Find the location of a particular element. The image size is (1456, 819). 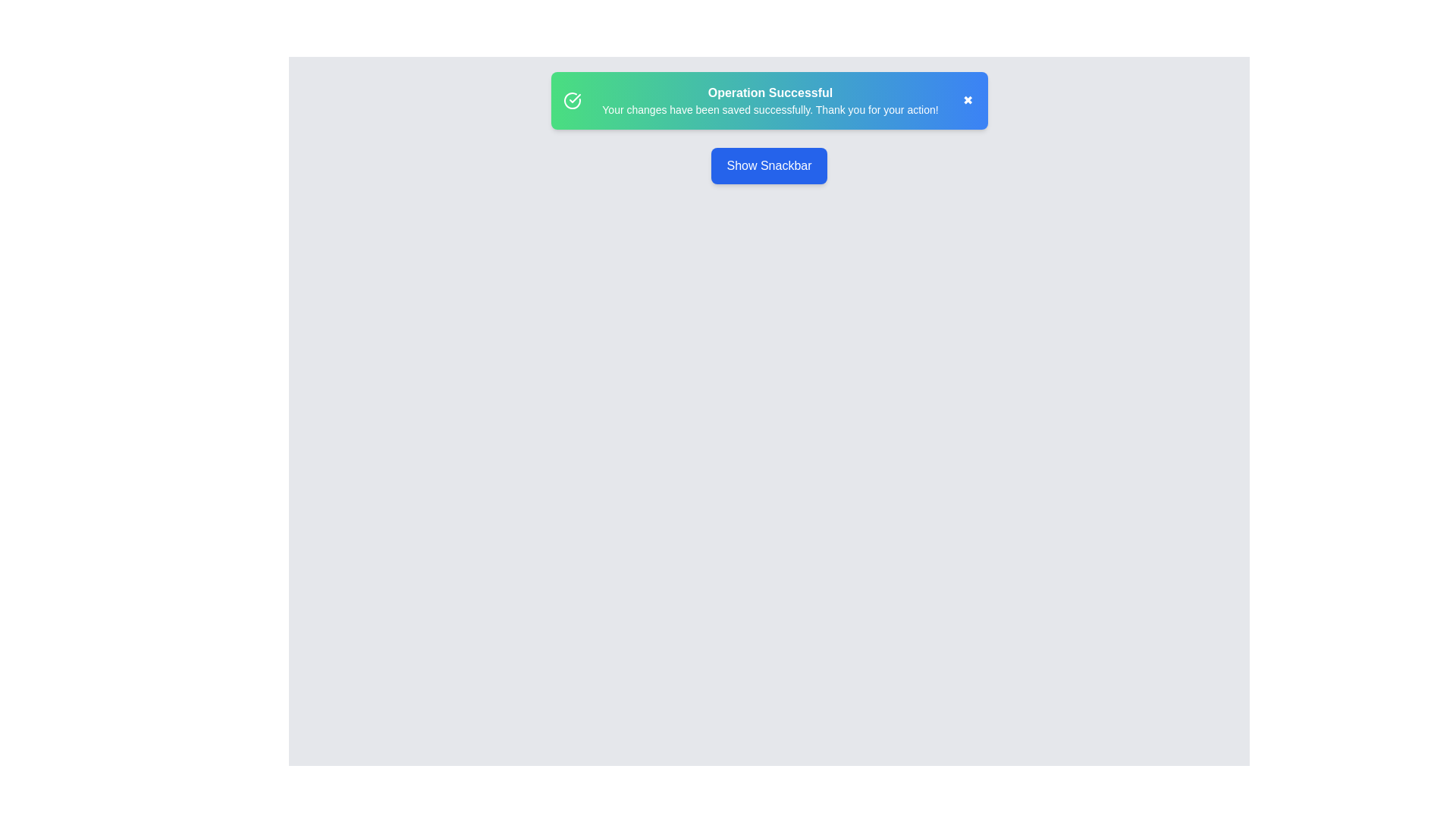

the 'Show Snackbar' button is located at coordinates (769, 166).